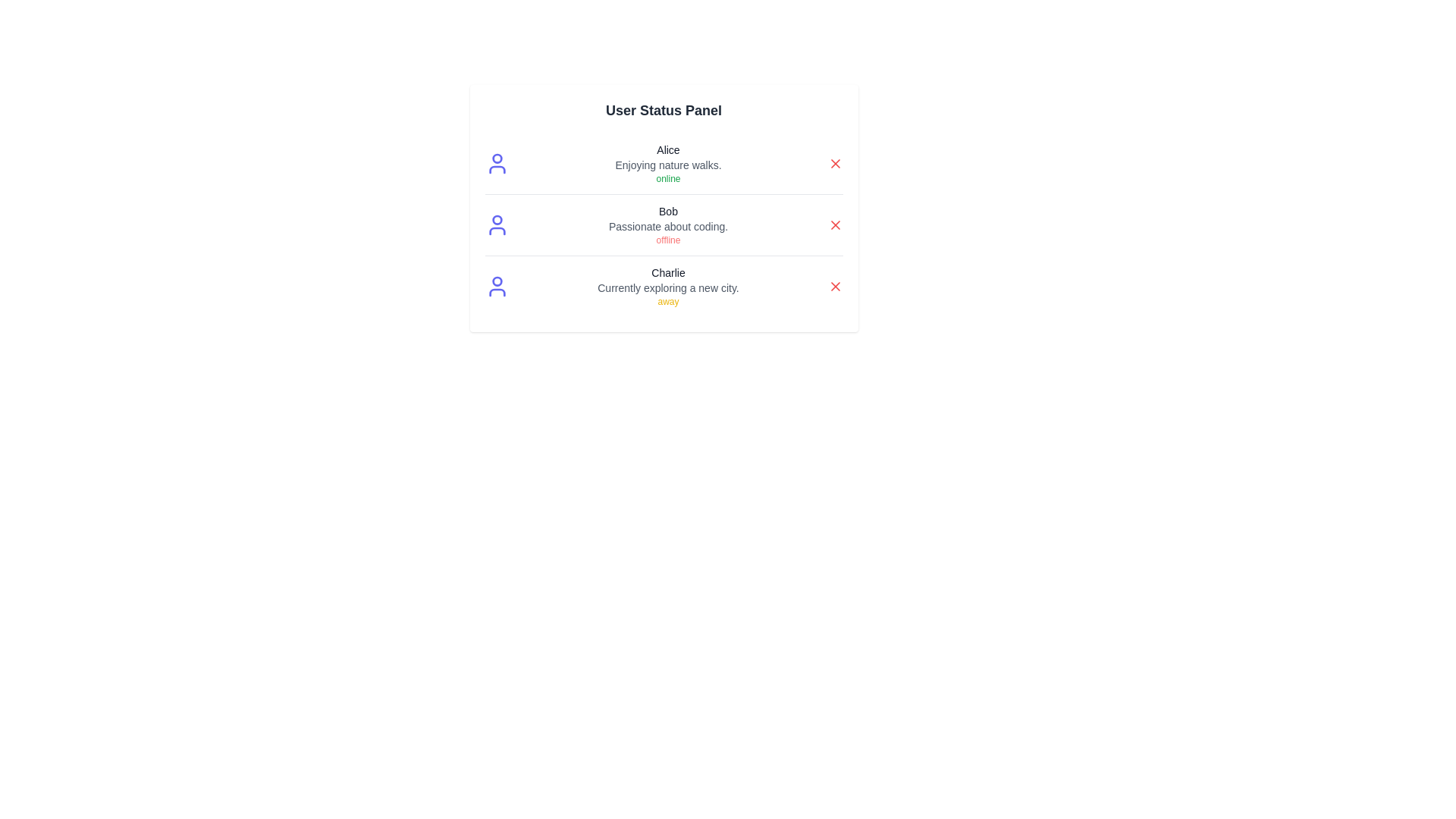 This screenshot has width=1456, height=819. I want to click on the interactive close or delete Icon Button for the 'Charlie' row in the user status panel to observe styling changes indicating interactivity, so click(834, 287).